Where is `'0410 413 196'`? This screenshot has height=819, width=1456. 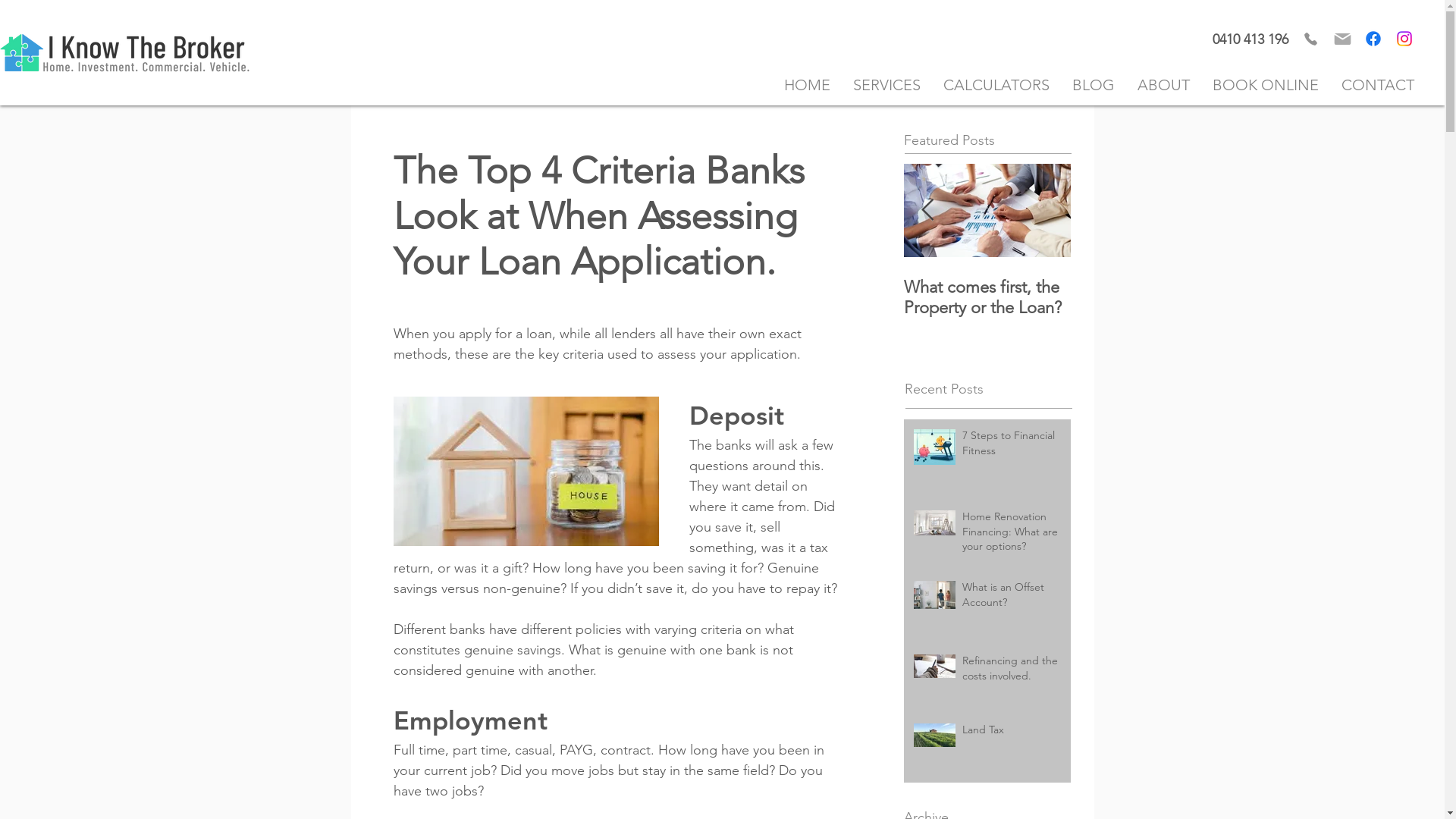 '0410 413 196' is located at coordinates (1250, 38).